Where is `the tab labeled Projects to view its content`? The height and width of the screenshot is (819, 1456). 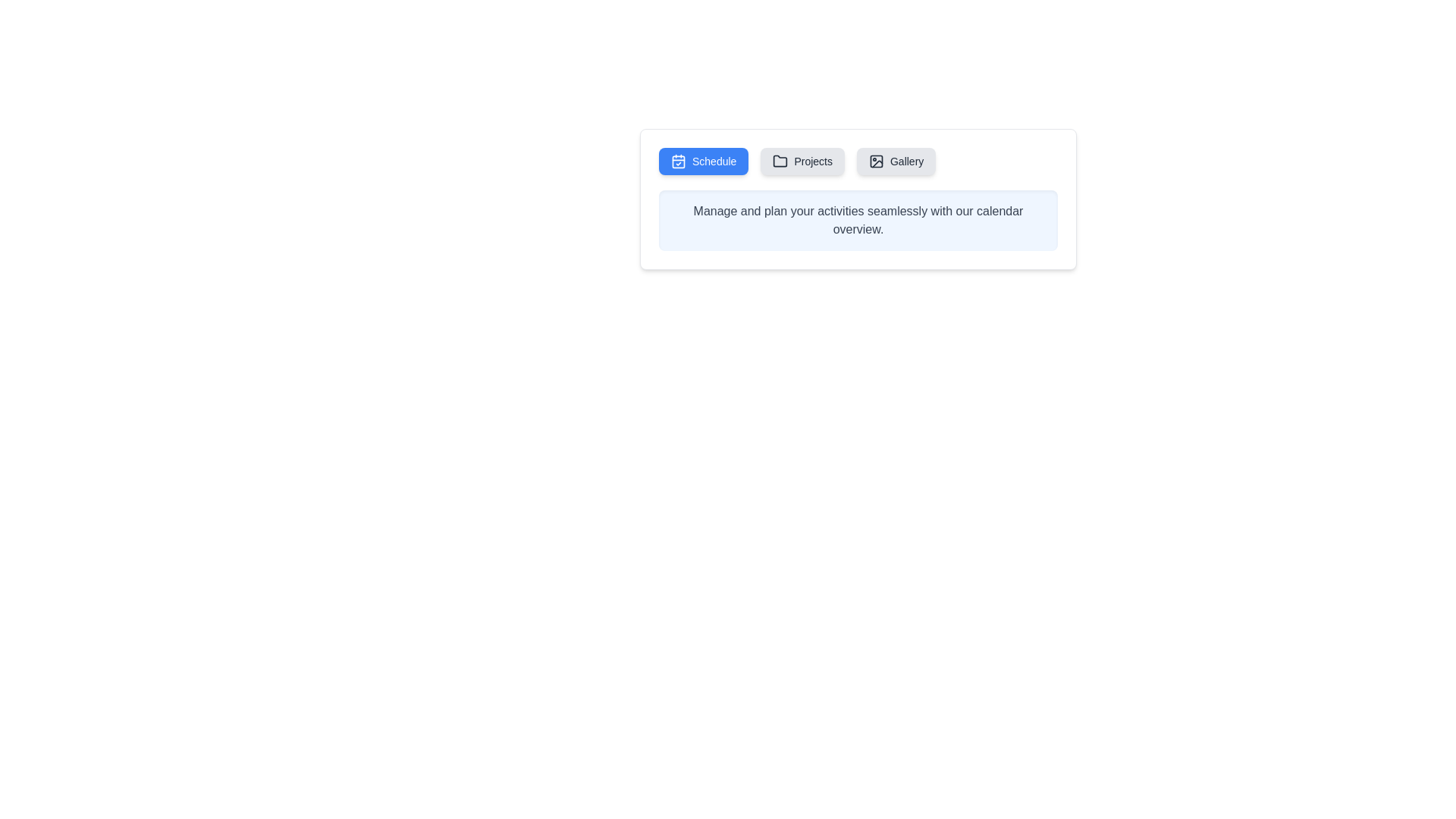 the tab labeled Projects to view its content is located at coordinates (801, 161).